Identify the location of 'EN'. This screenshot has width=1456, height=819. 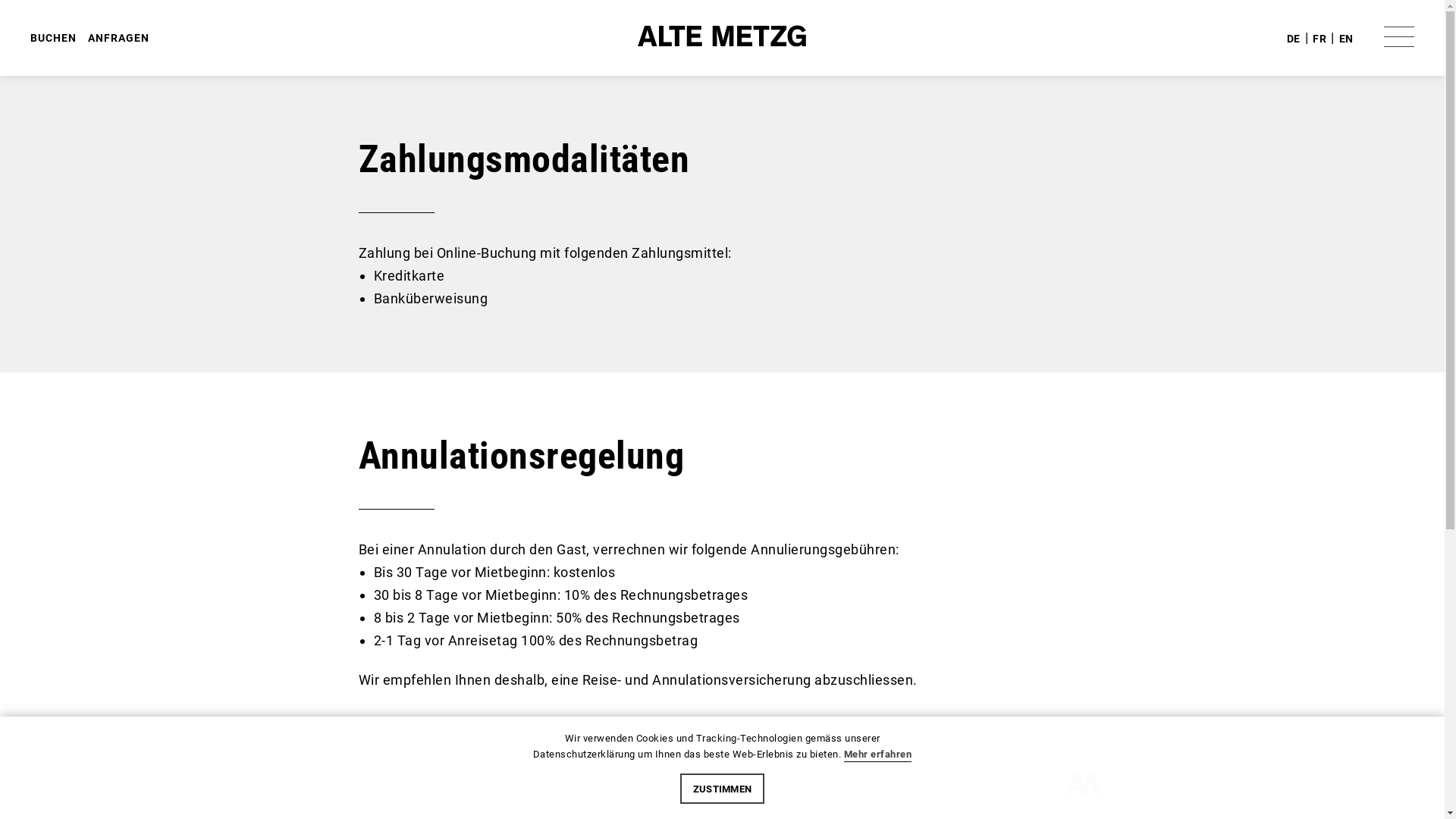
(1346, 37).